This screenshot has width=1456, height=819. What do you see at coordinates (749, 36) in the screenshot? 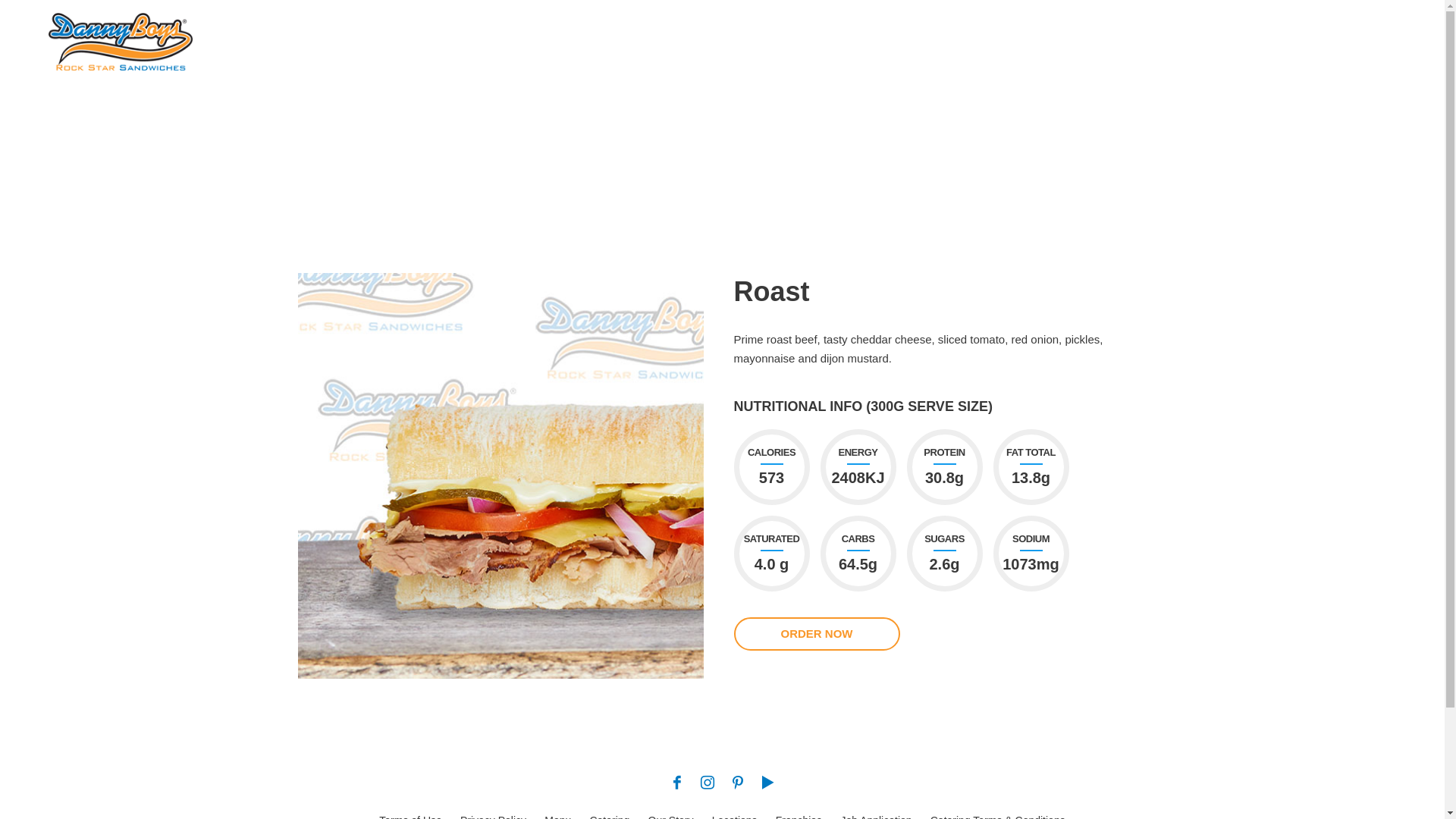
I see `'MENU'` at bounding box center [749, 36].